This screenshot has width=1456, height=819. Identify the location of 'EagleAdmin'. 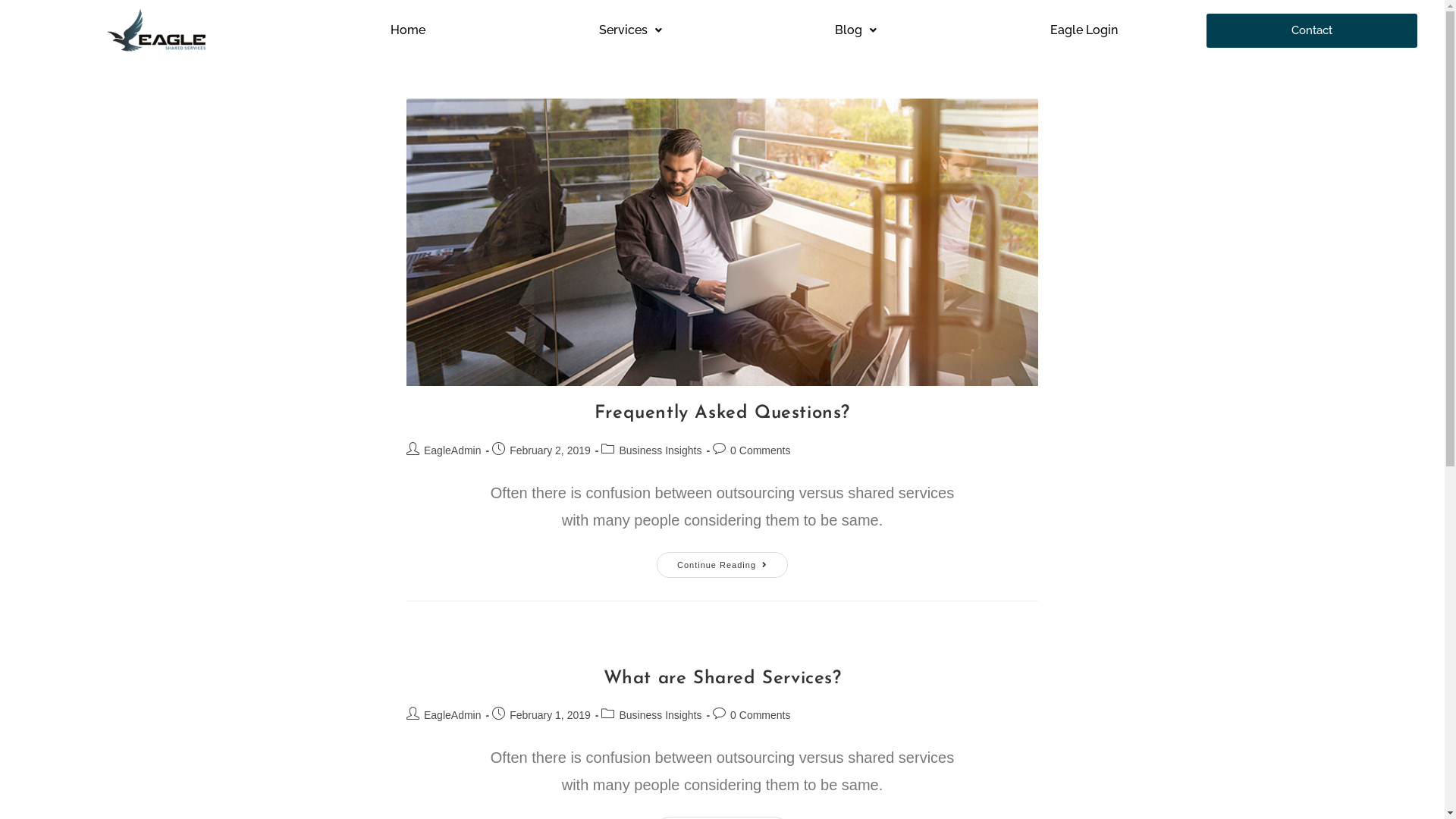
(451, 450).